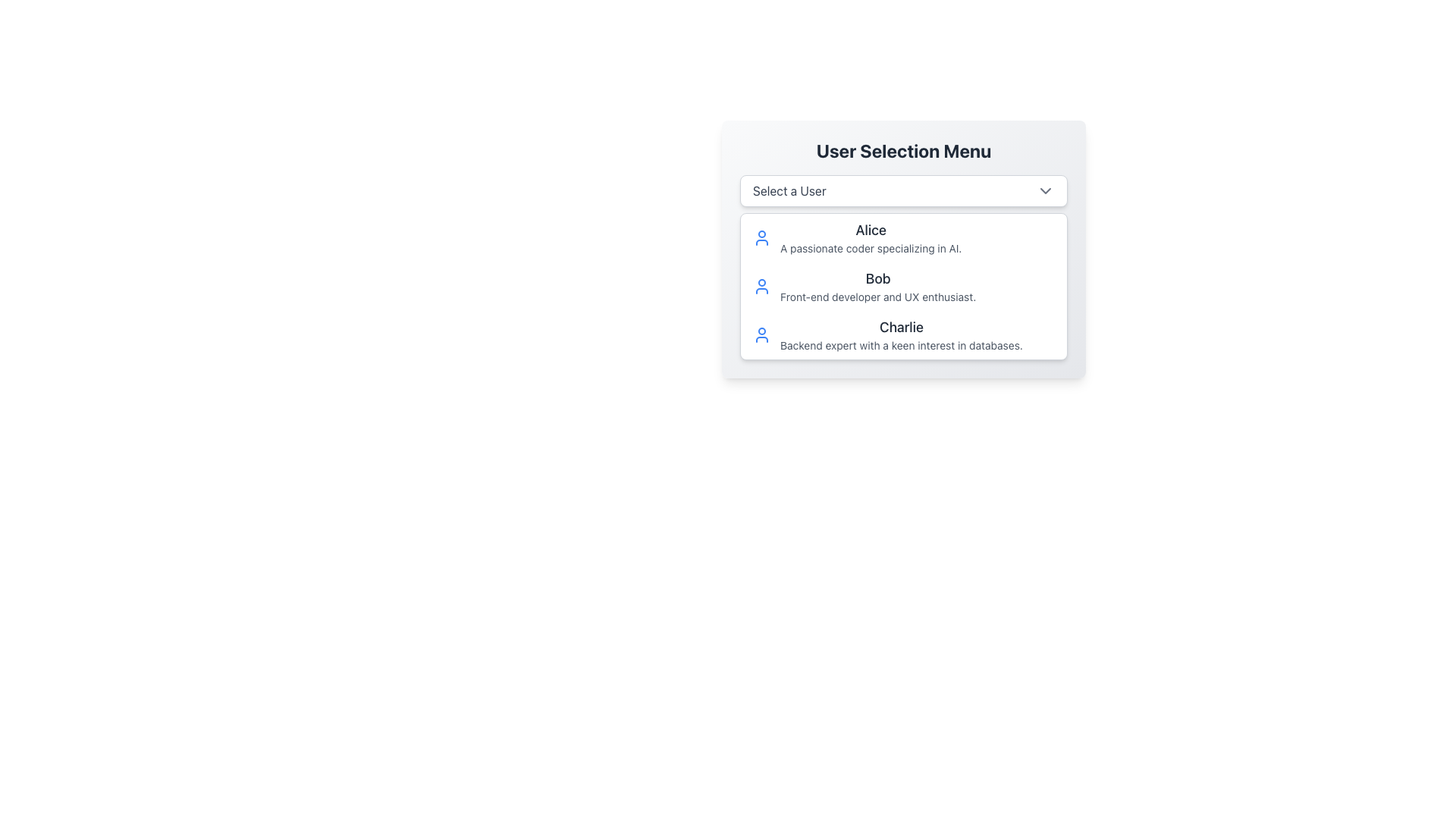 Image resolution: width=1456 pixels, height=819 pixels. Describe the element at coordinates (871, 247) in the screenshot. I see `descriptive information text element that displays 'A passionate coder specializing in AI.' located beneath the username 'Alice' in the user selection menu` at that location.